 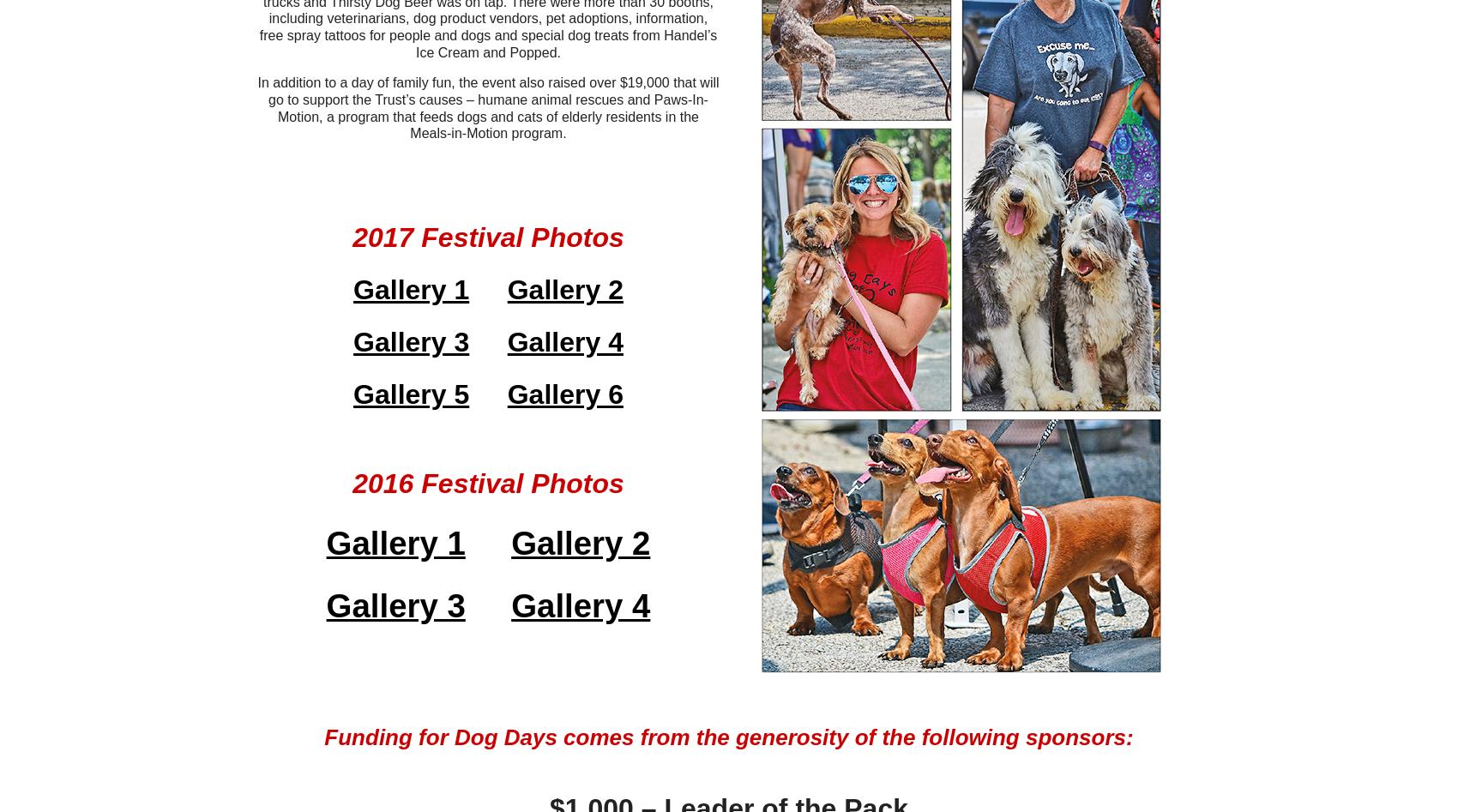 What do you see at coordinates (486, 107) in the screenshot?
I see `'In addition to a day of family fun, the event also raised over $19,000 that will go to support the Trust’s causes – humane animal rescues and Paws-In-Motion, a program that feeds dogs and cats of elderly residents in the Meals-in-Motion program.'` at bounding box center [486, 107].